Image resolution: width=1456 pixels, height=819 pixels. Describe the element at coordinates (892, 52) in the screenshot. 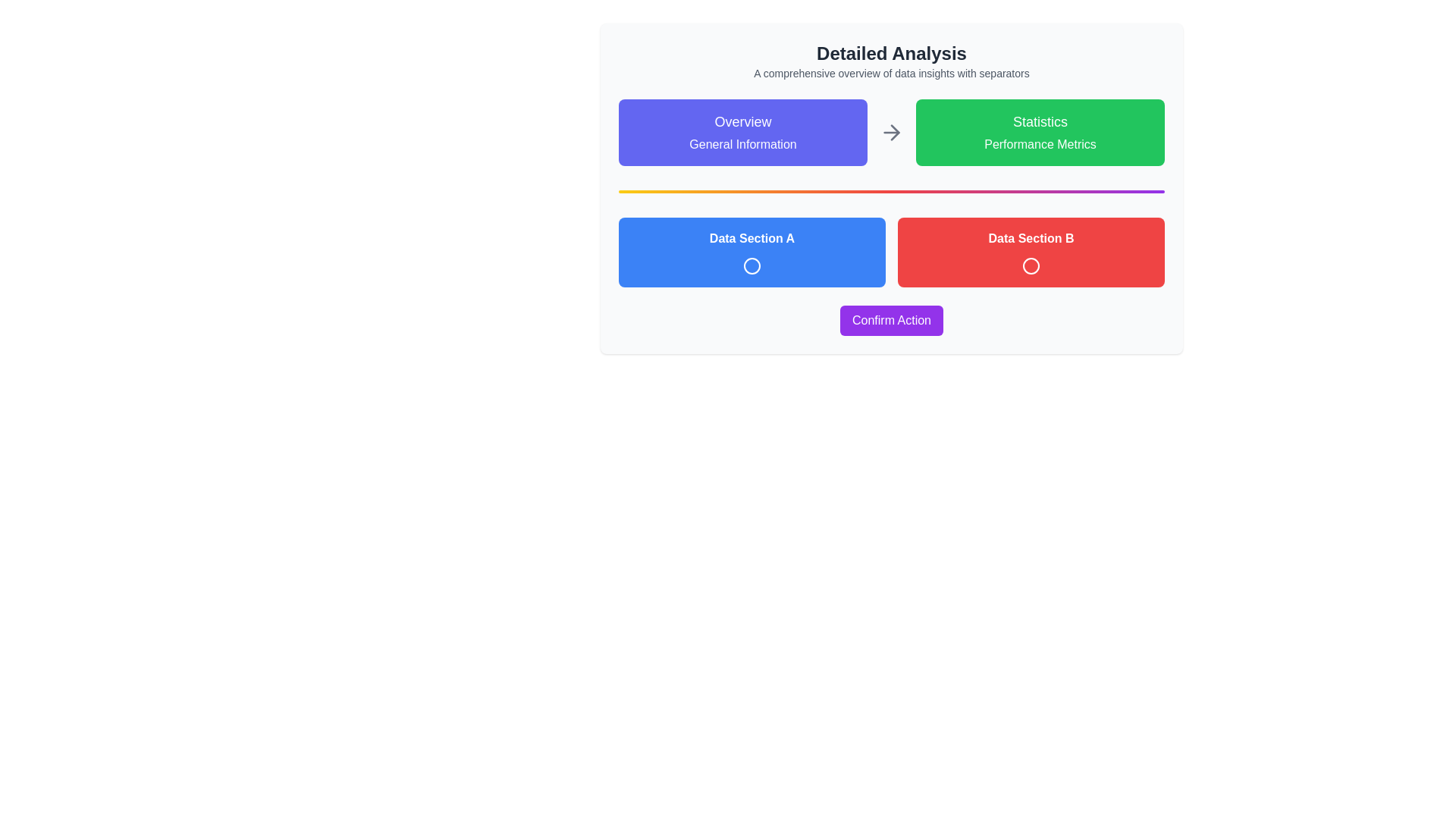

I see `the Text Display element that serves as the header or title of the section, which is positioned above another text element and horizontally centered in the layout` at that location.